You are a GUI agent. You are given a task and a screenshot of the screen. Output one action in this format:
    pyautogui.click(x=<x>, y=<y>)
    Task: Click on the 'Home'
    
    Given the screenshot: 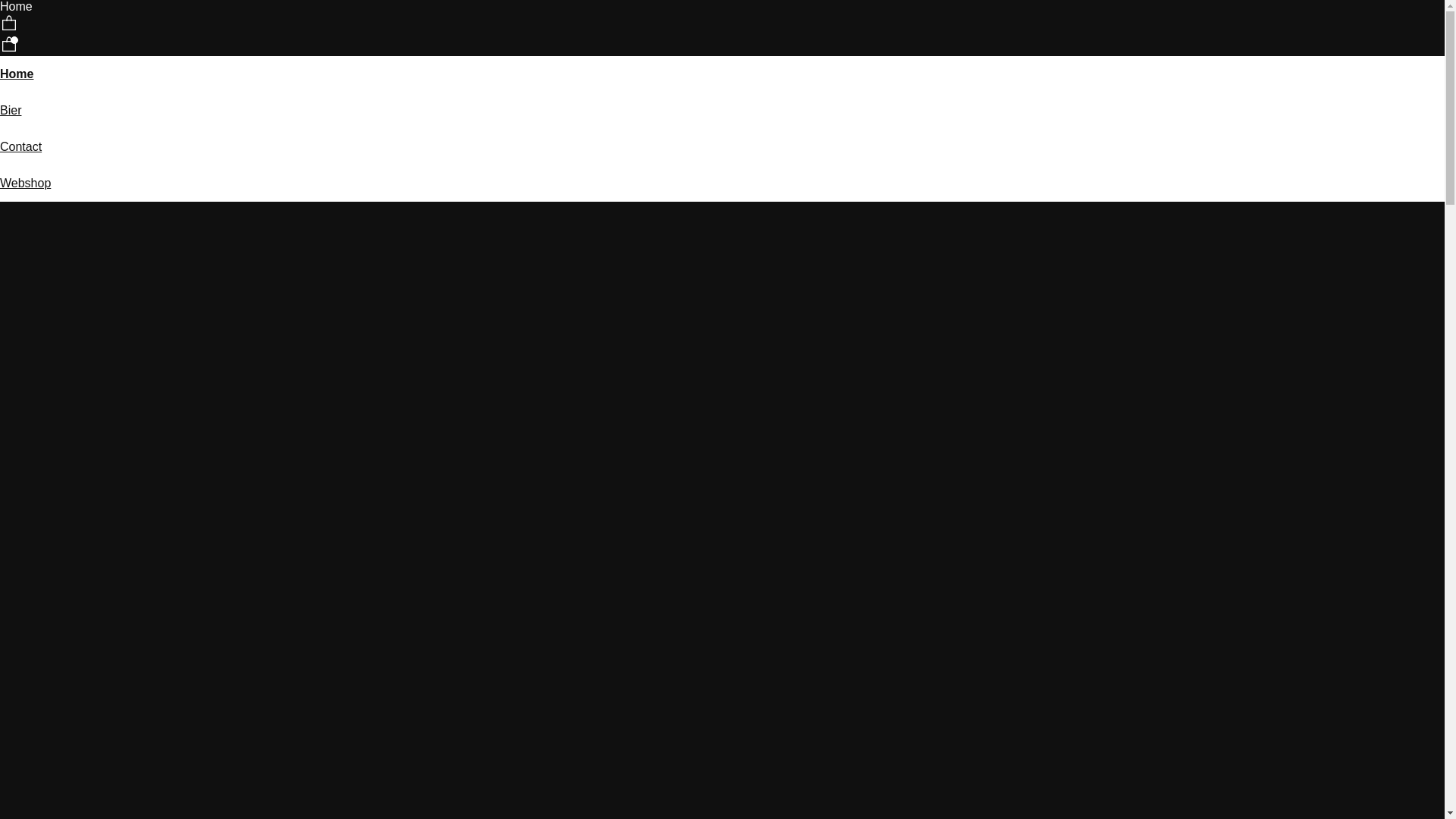 What is the action you would take?
    pyautogui.click(x=17, y=74)
    